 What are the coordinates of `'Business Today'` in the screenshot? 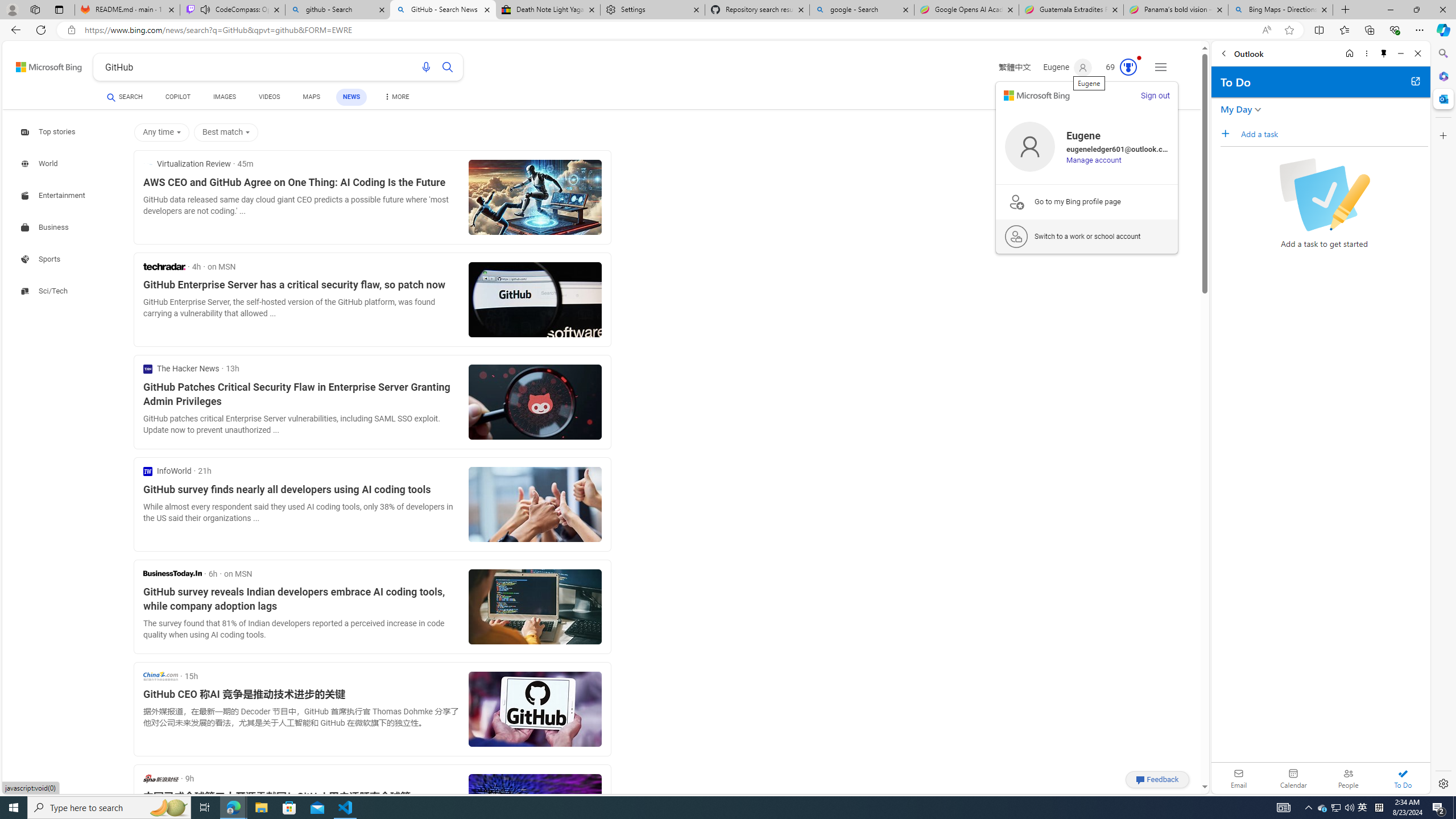 It's located at (172, 573).